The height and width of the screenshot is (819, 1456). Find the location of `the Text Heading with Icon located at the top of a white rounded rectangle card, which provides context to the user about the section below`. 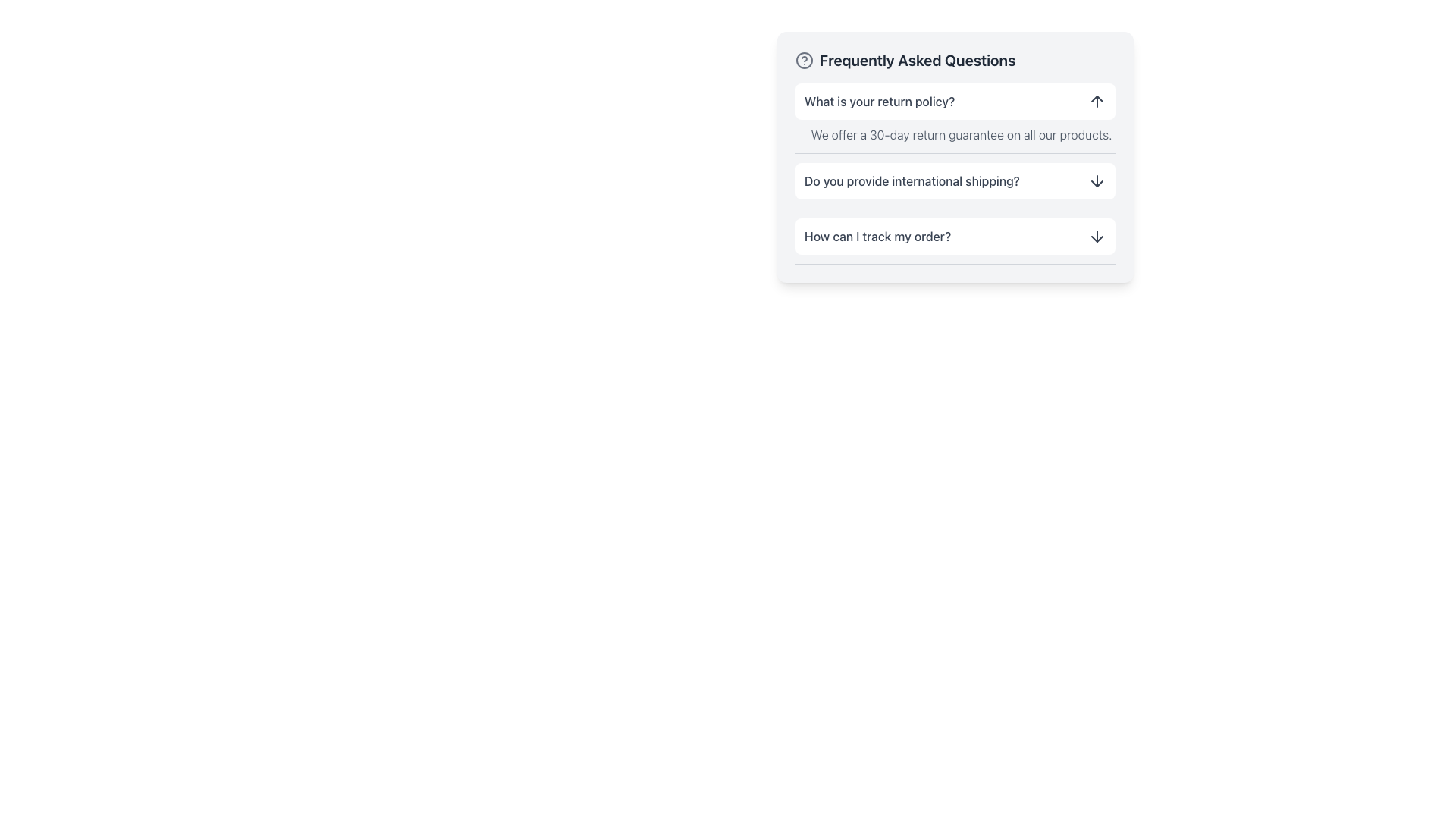

the Text Heading with Icon located at the top of a white rounded rectangle card, which provides context to the user about the section below is located at coordinates (954, 60).